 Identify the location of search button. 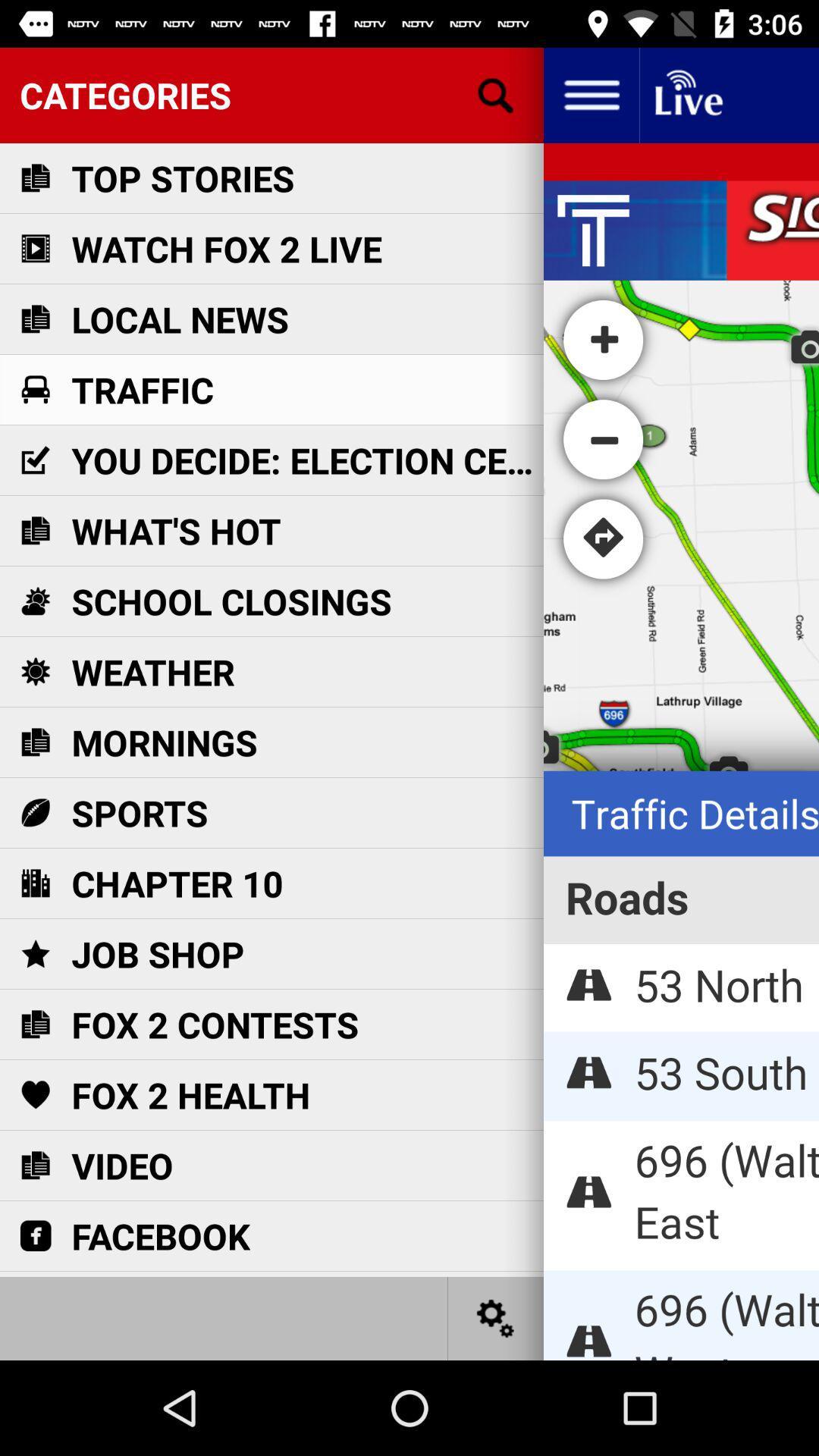
(496, 94).